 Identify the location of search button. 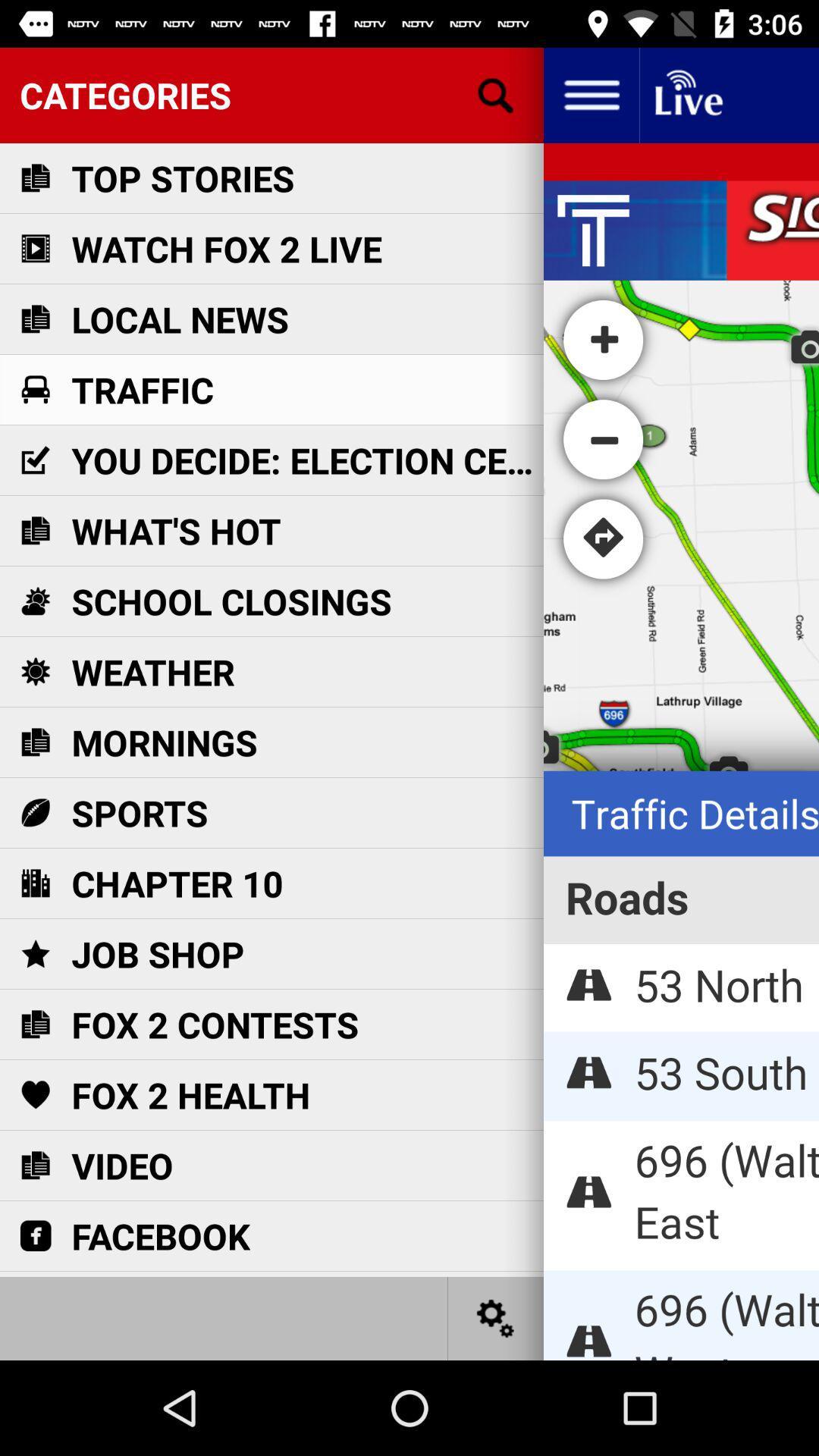
(496, 94).